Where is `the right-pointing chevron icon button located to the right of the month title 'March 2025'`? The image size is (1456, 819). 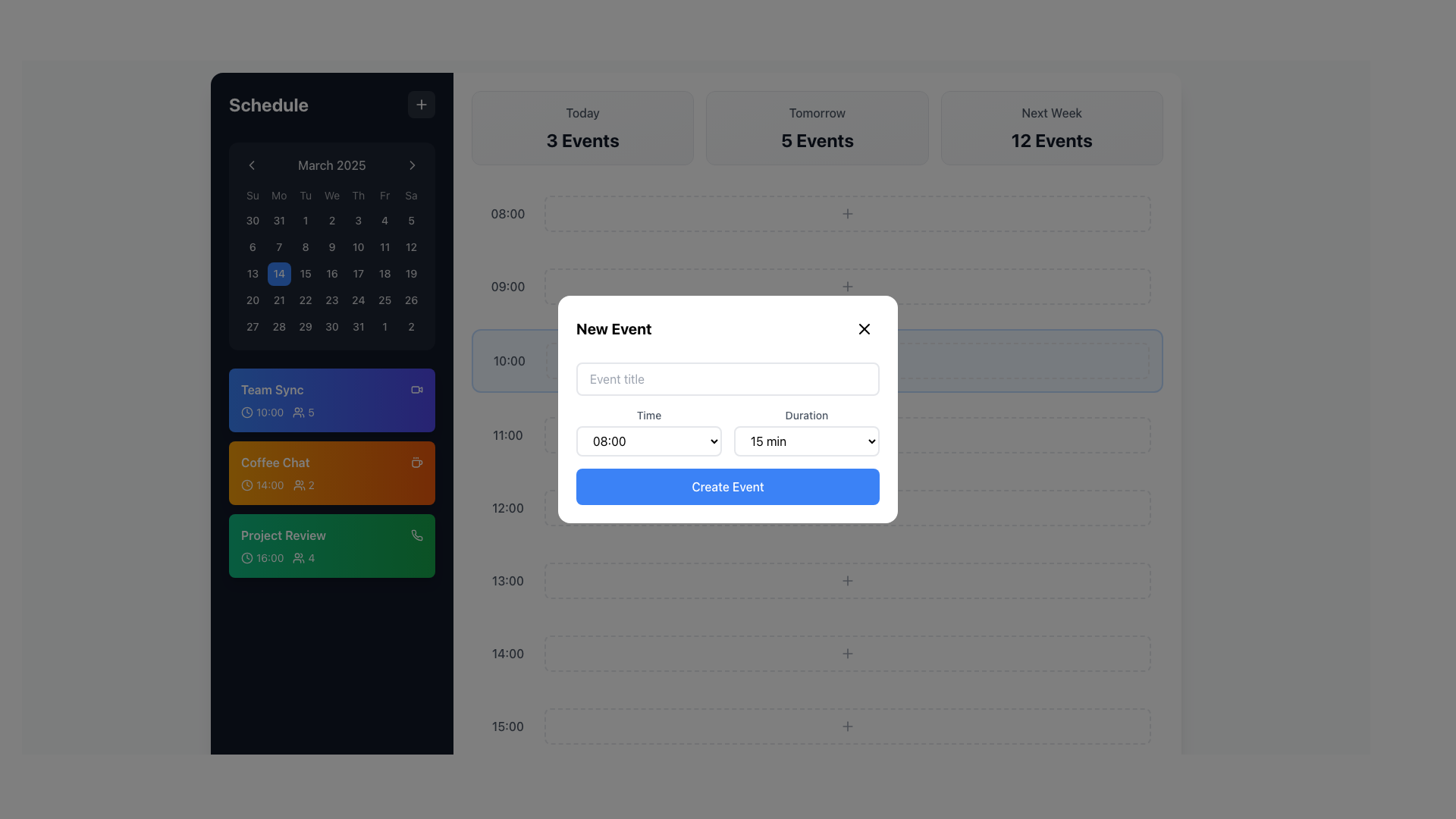
the right-pointing chevron icon button located to the right of the month title 'March 2025' is located at coordinates (412, 165).